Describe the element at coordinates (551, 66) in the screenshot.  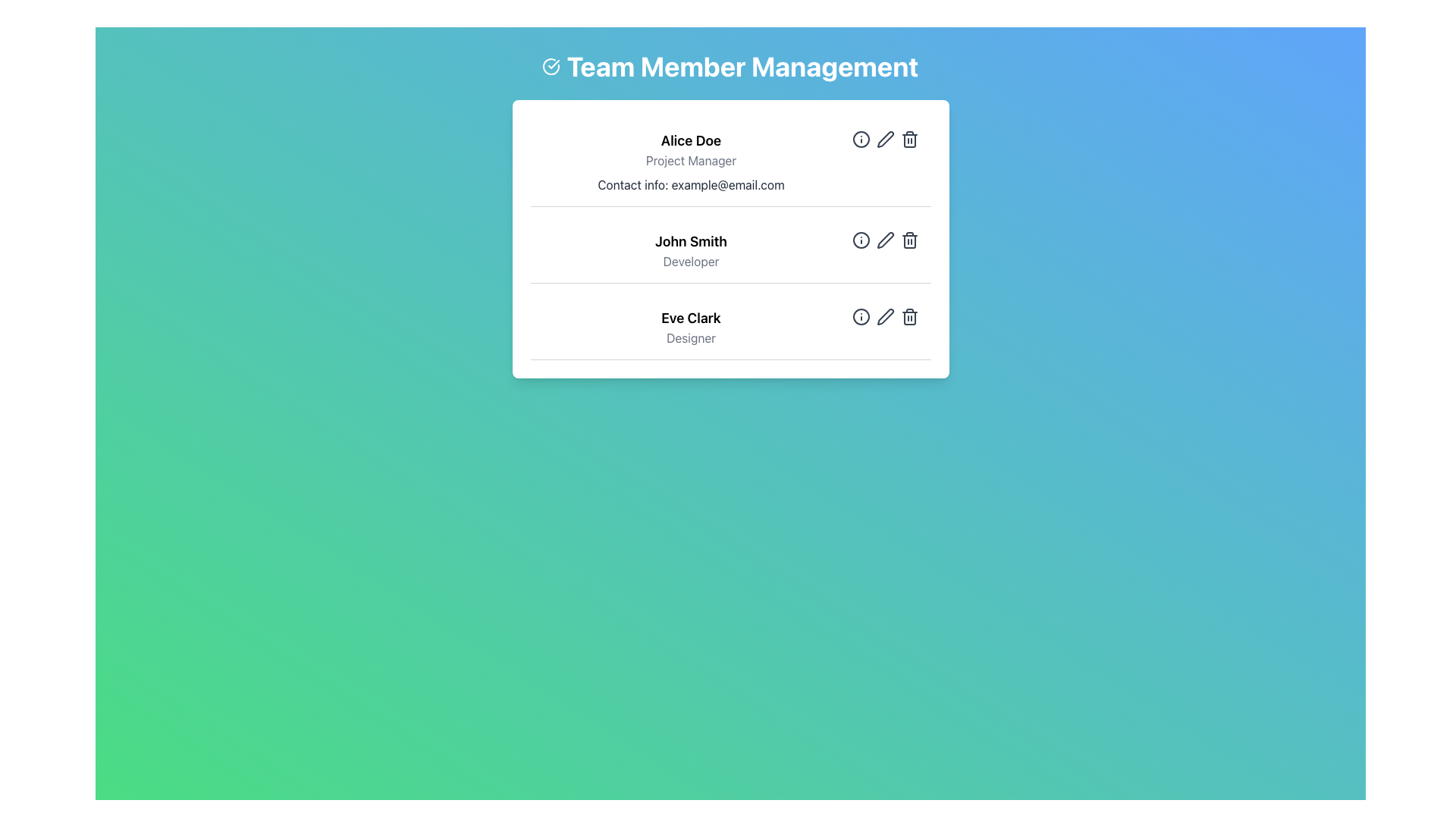
I see `the circular icon with a checkmark inside, located to the left of the heading 'Team Member Management', positioned in the top central region of the interface` at that location.